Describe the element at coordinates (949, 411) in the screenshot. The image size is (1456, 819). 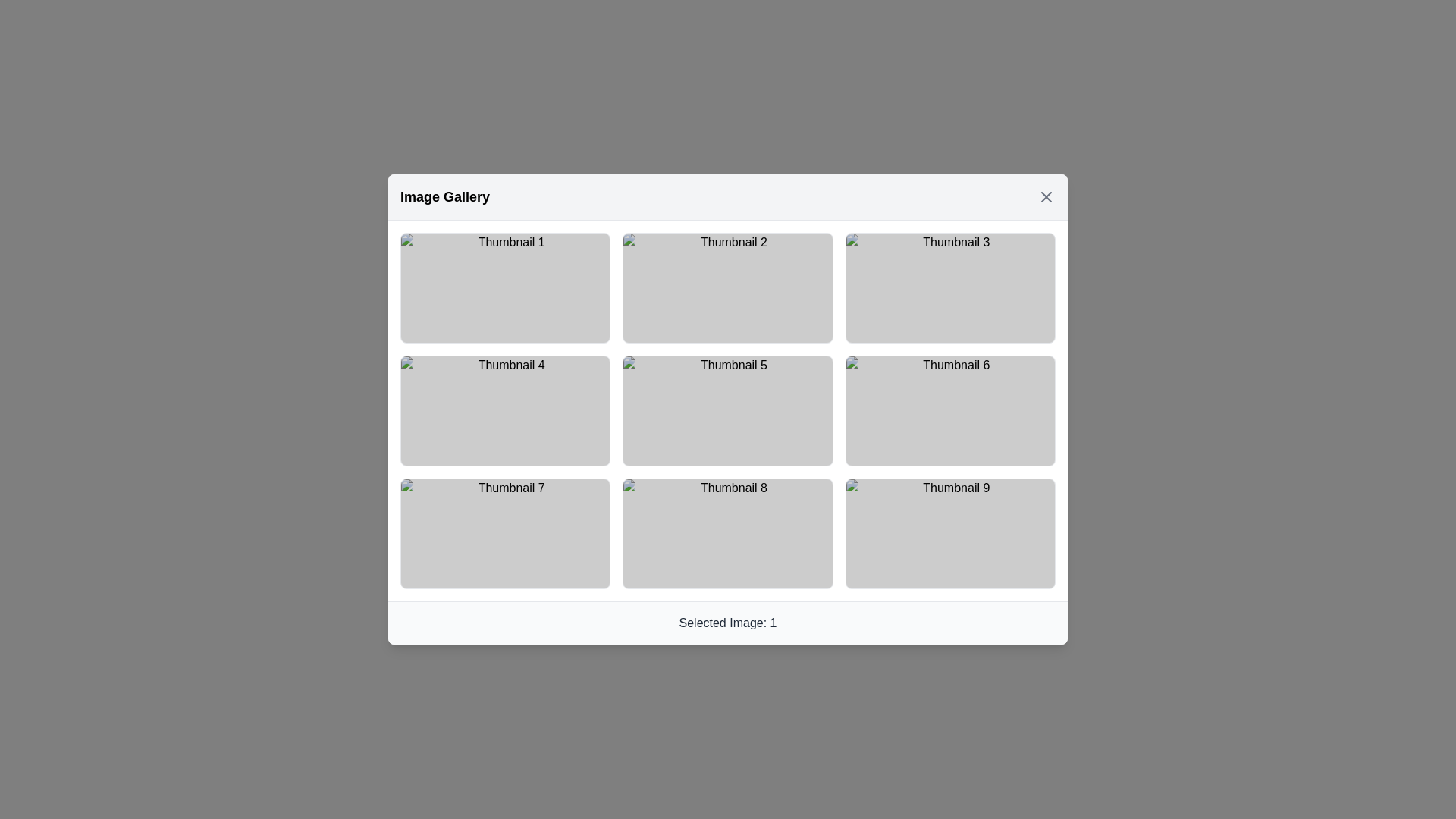
I see `the overlay element that appears on the sixth thumbnail of the 3x3 grid layout in the image gallery` at that location.